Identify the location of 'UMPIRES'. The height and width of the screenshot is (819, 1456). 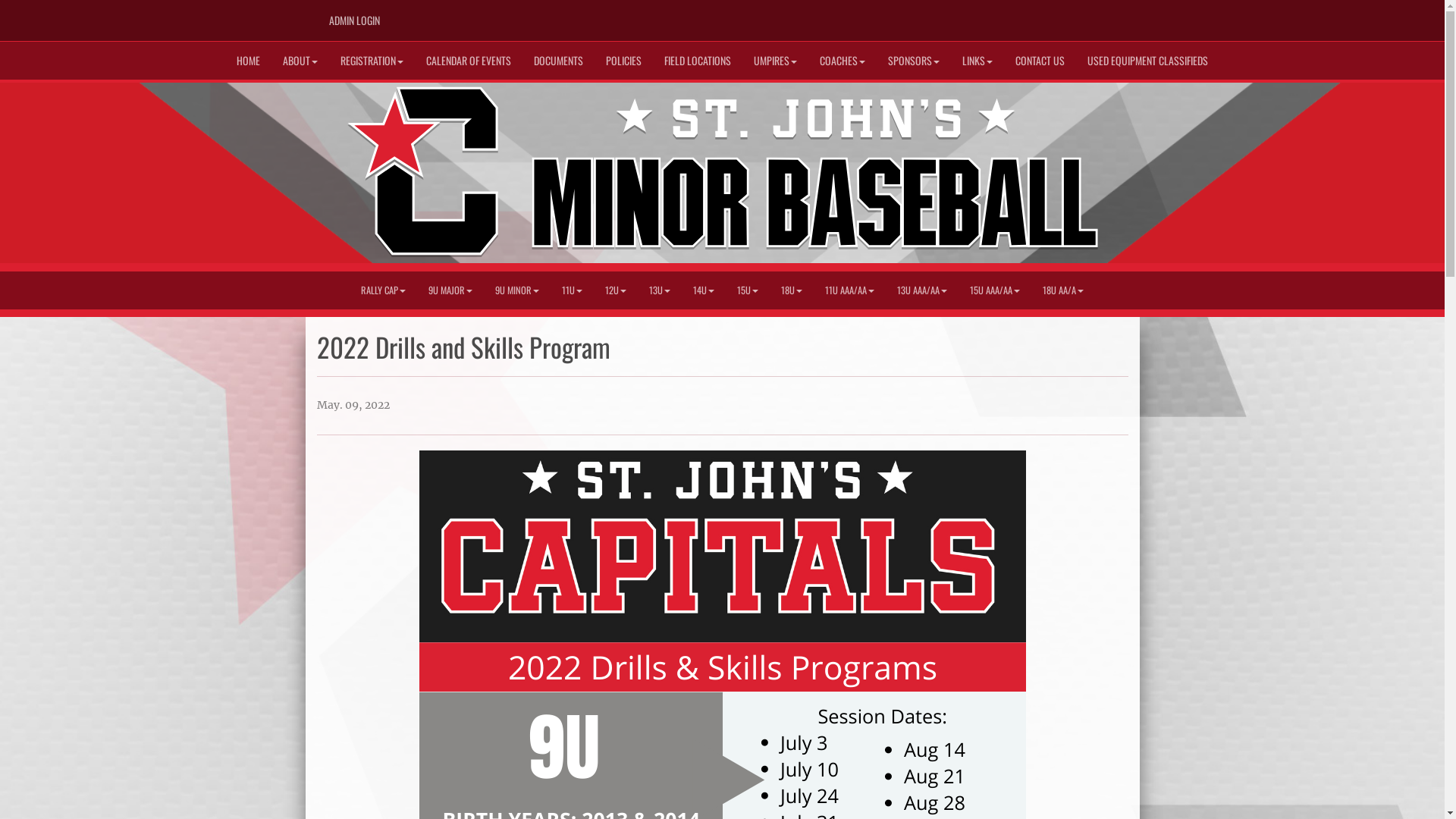
(775, 60).